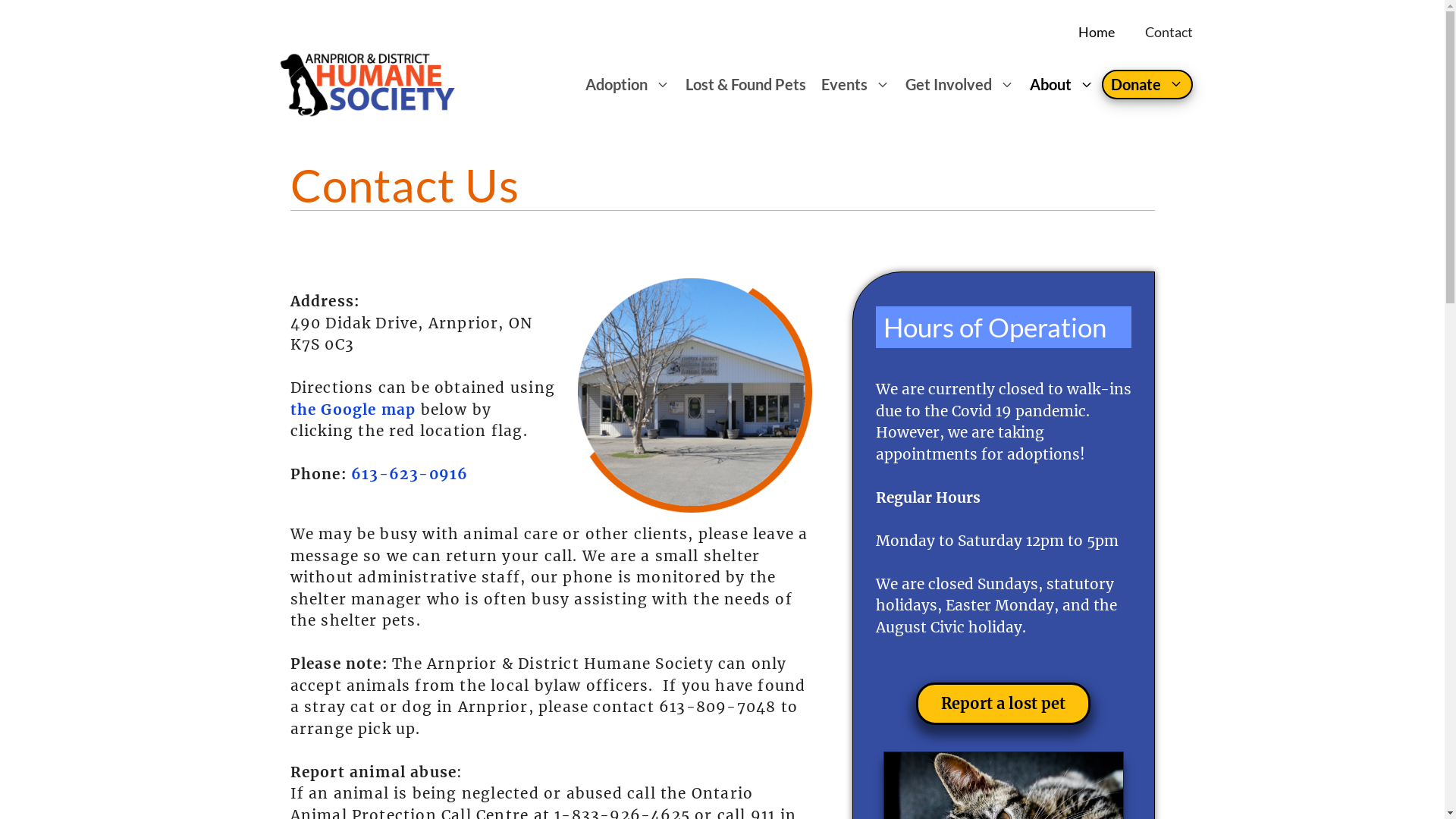 The image size is (1456, 819). Describe the element at coordinates (352, 409) in the screenshot. I see `'the Google map'` at that location.